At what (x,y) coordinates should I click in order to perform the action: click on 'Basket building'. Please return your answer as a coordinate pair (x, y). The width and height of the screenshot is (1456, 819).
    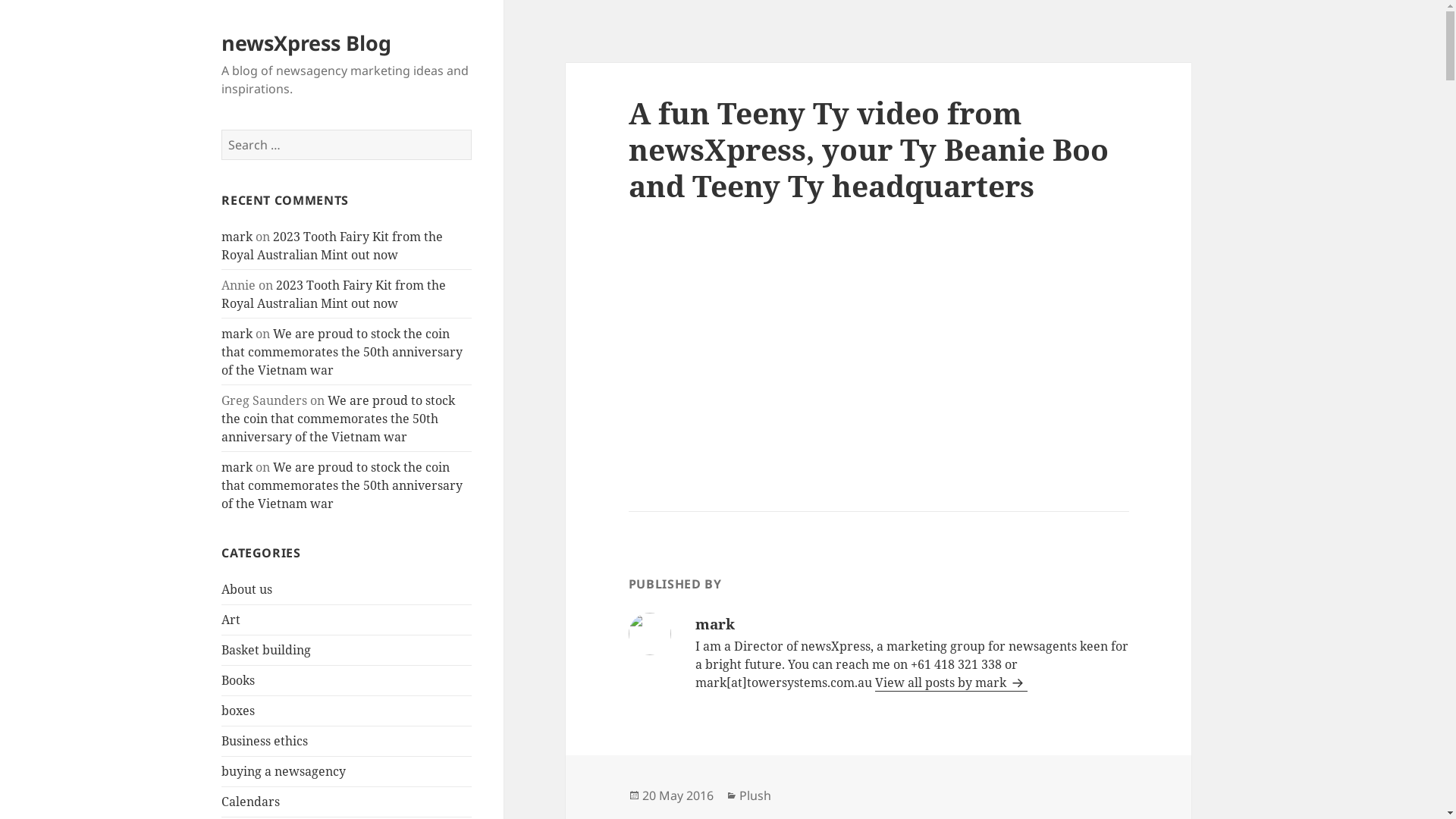
    Looking at the image, I should click on (265, 648).